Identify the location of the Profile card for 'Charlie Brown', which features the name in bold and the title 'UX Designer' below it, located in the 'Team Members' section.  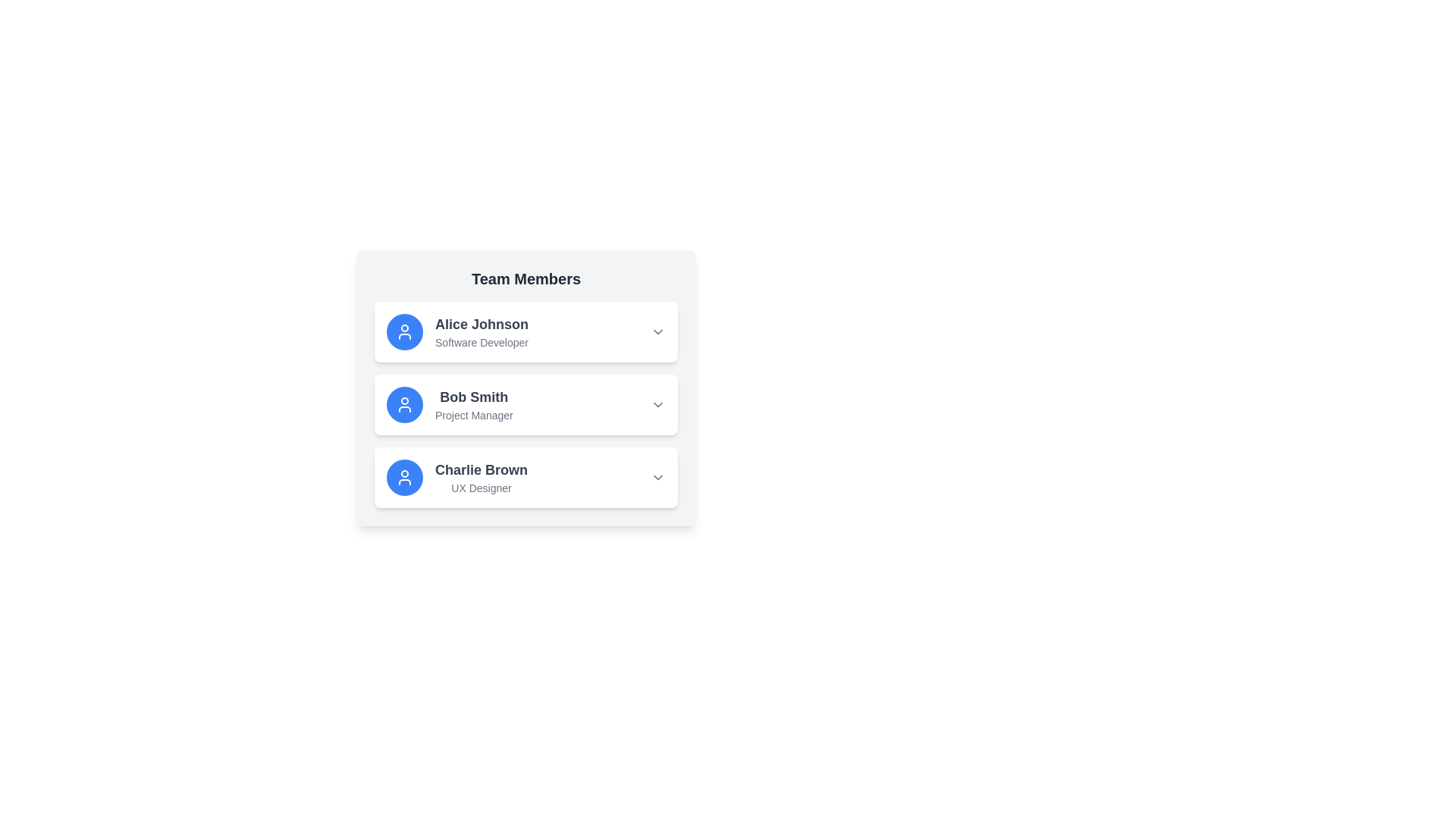
(526, 476).